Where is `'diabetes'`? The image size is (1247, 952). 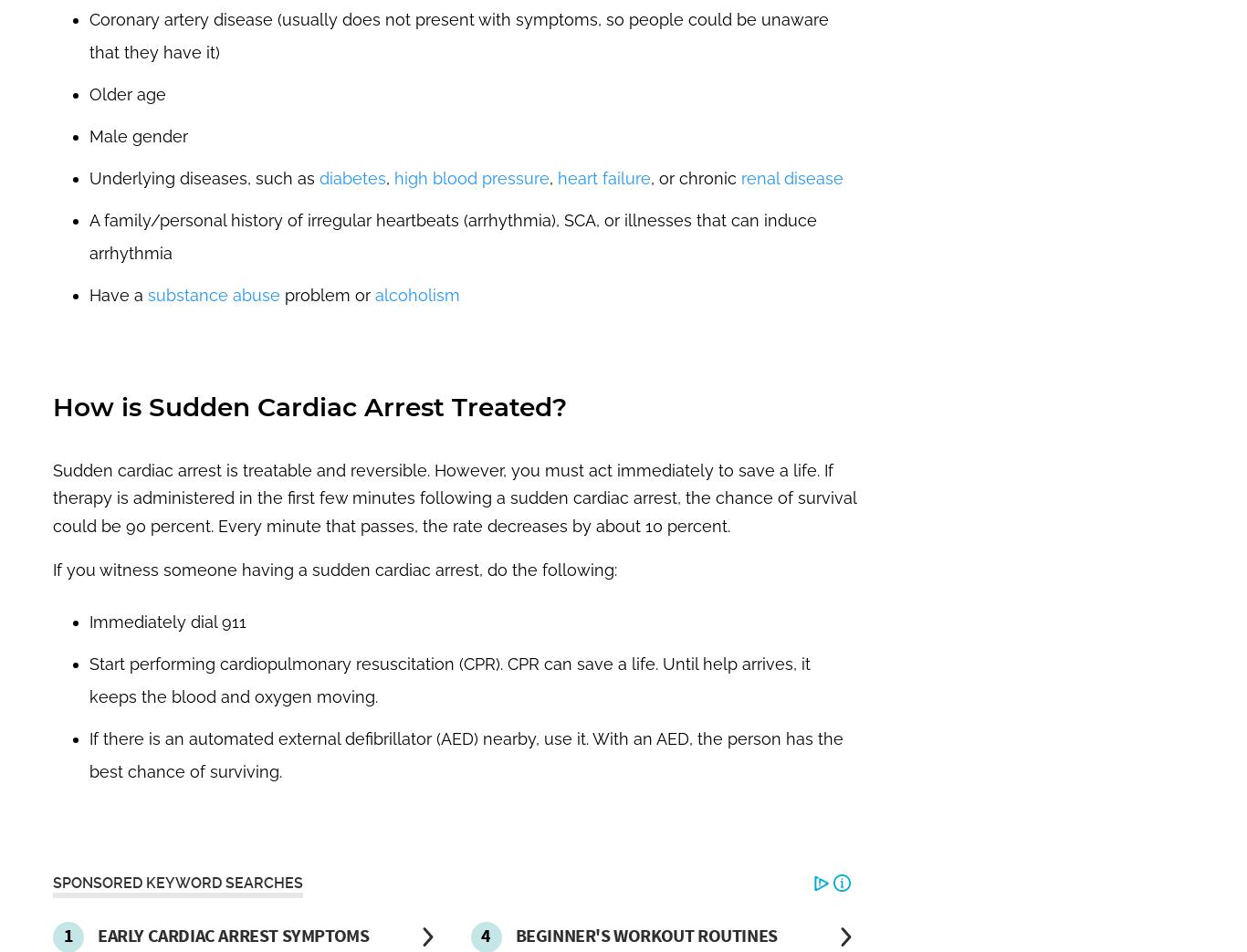 'diabetes' is located at coordinates (318, 176).